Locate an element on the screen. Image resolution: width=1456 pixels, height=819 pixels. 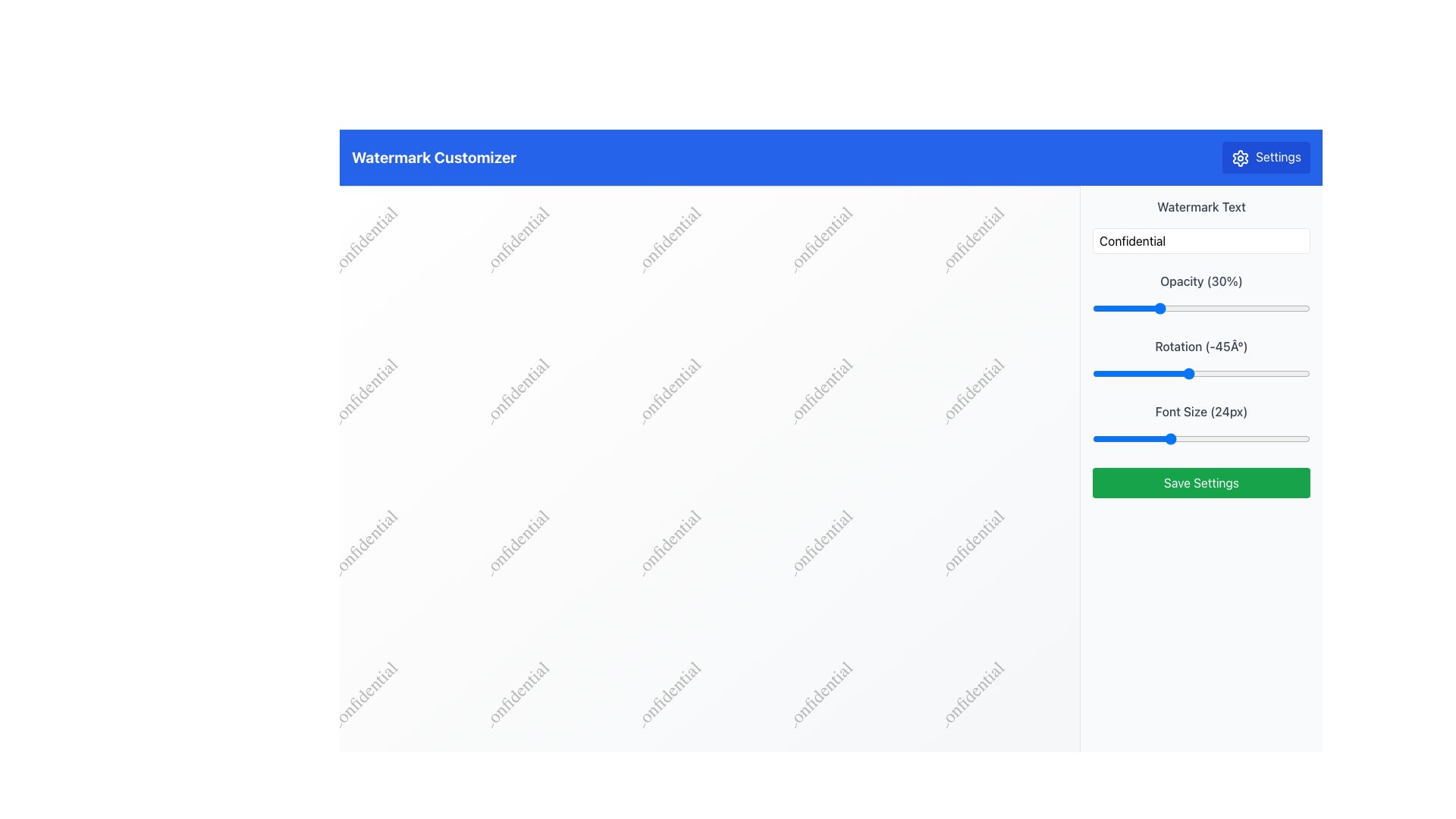
the gear icon inside the blue 'Settings' button located in the top-right corner of the header is located at coordinates (1241, 158).